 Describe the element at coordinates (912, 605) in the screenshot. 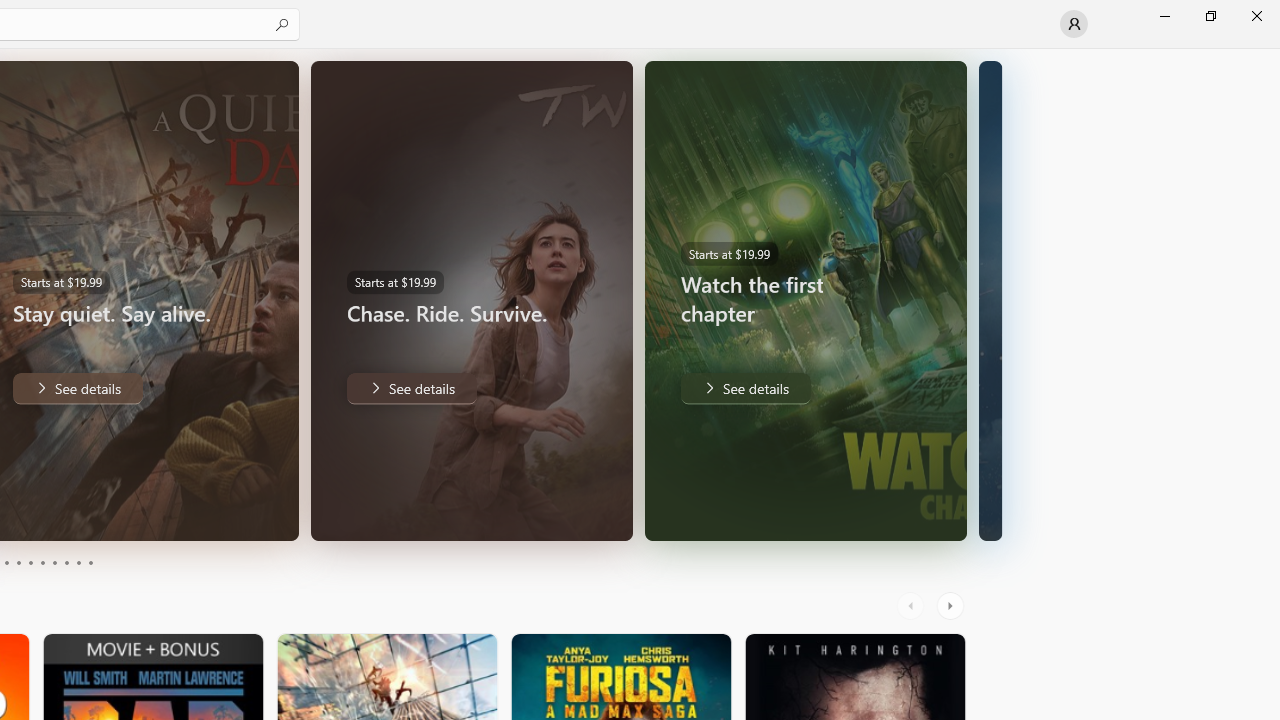

I see `'AutomationID: LeftScrollButton'` at that location.